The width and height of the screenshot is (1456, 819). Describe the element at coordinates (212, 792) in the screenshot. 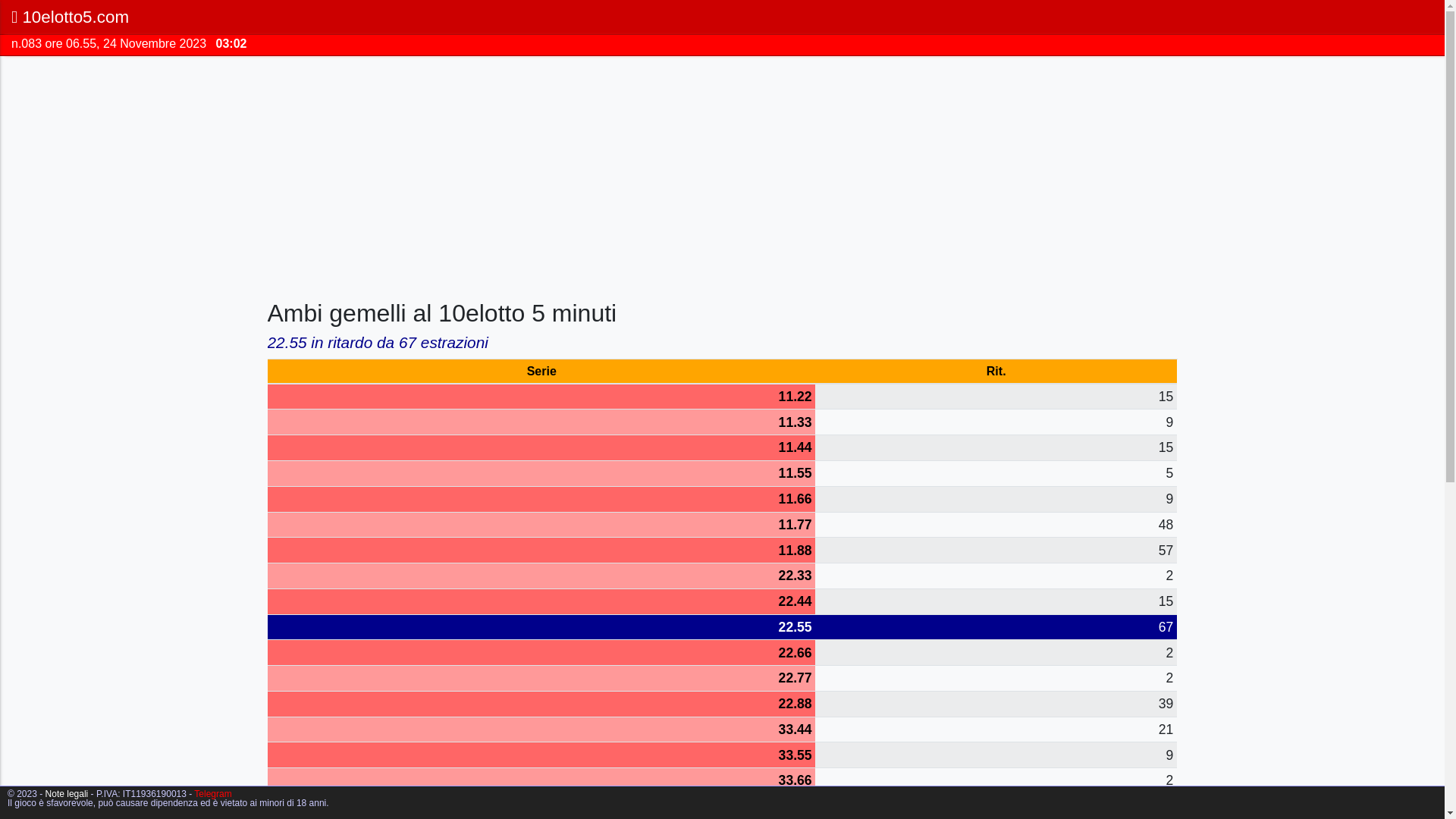

I see `'Telegram'` at that location.